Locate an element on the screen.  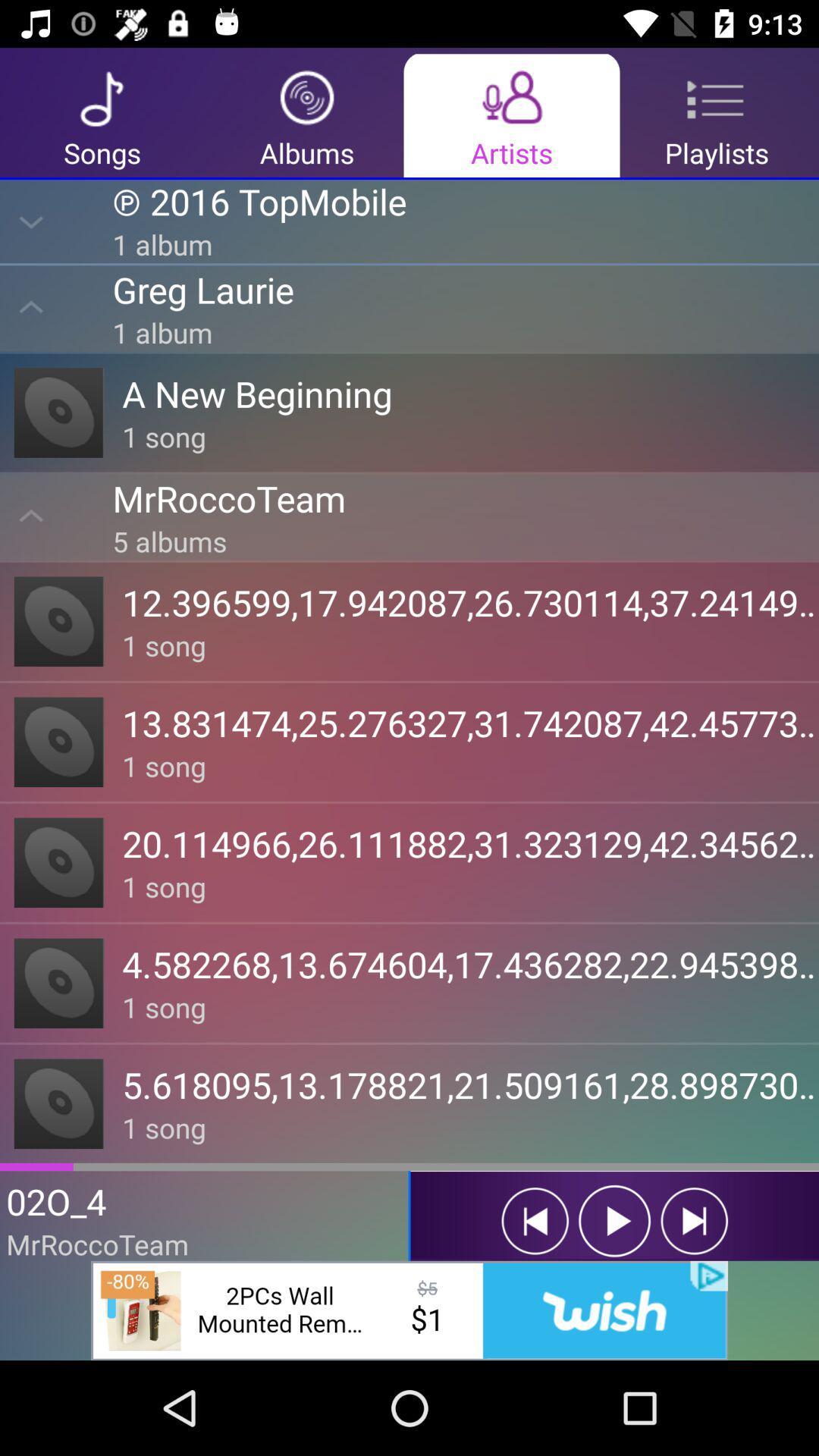
the skip_next icon is located at coordinates (694, 1221).